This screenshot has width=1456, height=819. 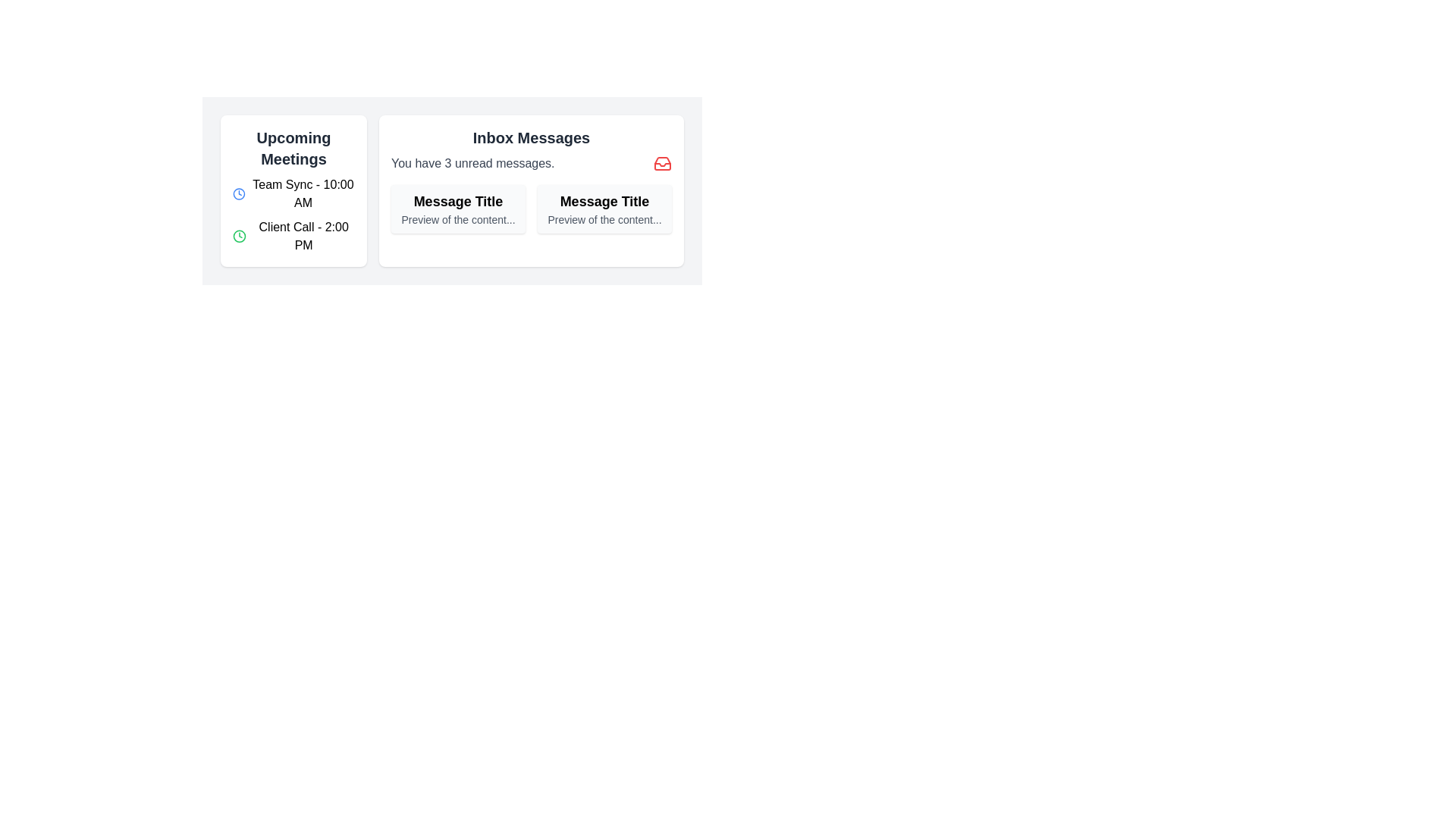 What do you see at coordinates (238, 193) in the screenshot?
I see `the clock icon element adjacent to the 'Client Call - 2:00 PM' entry in the 'Upcoming Meetings' card` at bounding box center [238, 193].